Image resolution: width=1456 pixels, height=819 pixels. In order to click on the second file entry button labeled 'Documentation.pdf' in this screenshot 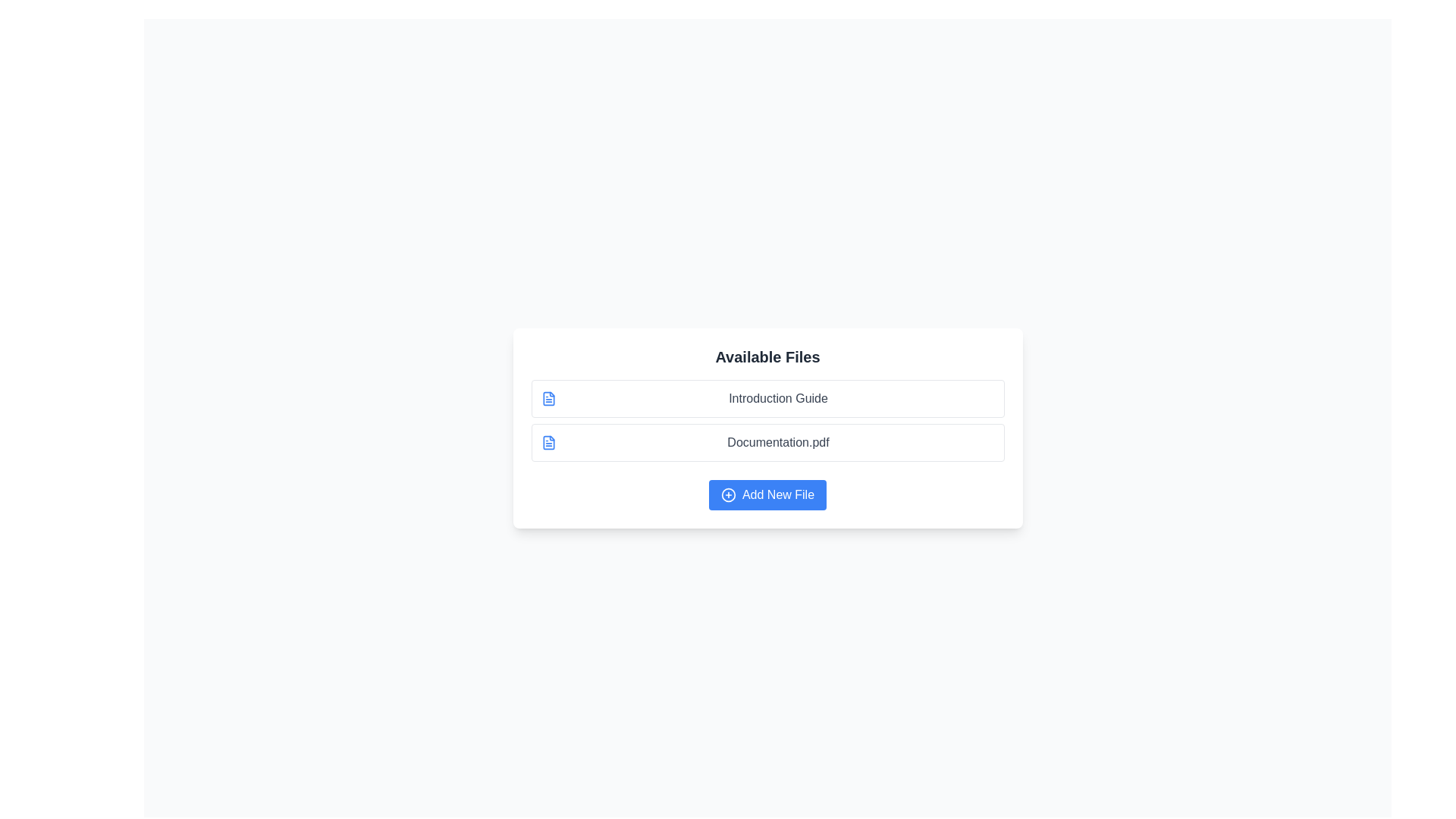, I will do `click(767, 442)`.